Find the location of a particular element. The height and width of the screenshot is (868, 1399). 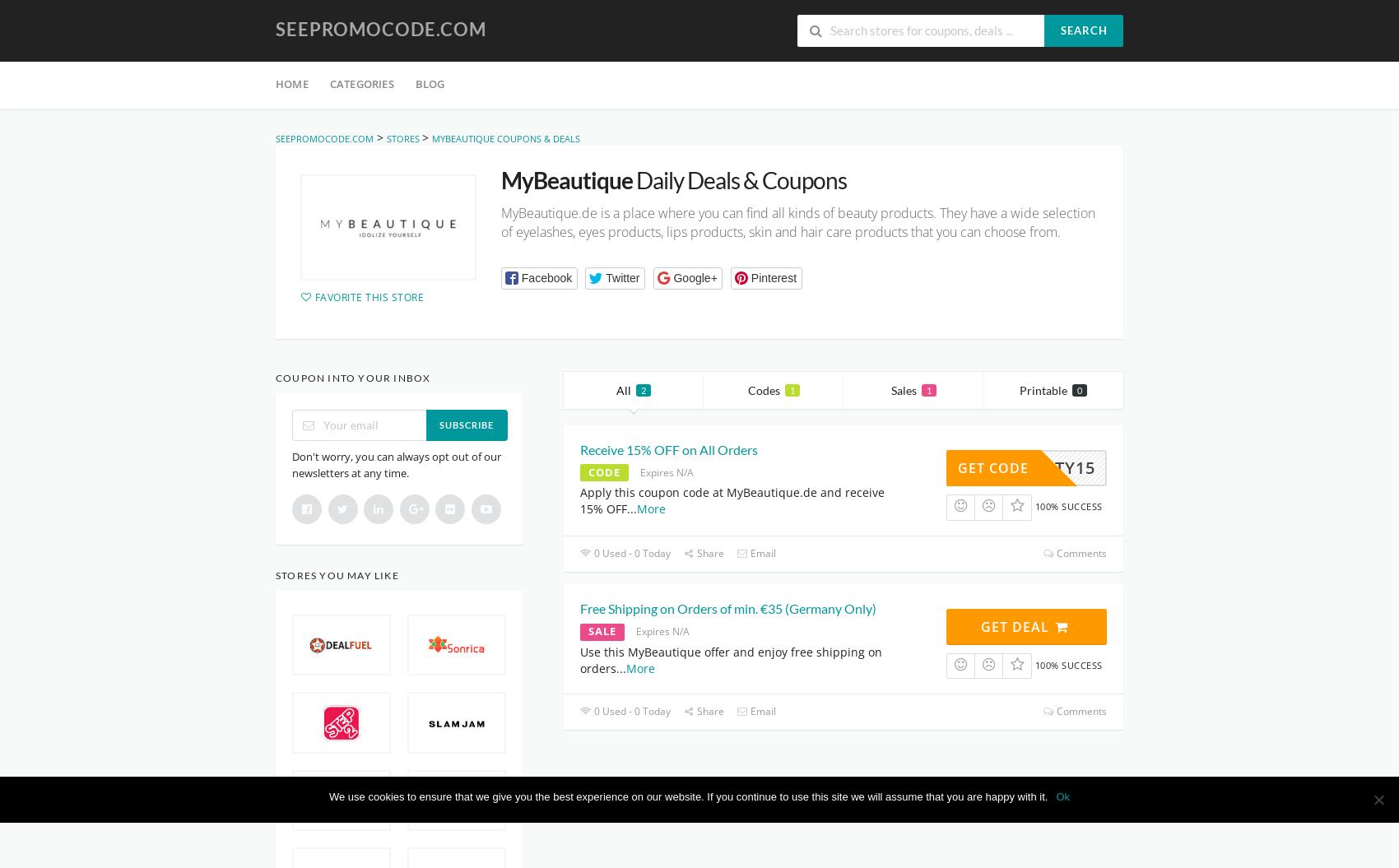

'Twitter' is located at coordinates (621, 276).